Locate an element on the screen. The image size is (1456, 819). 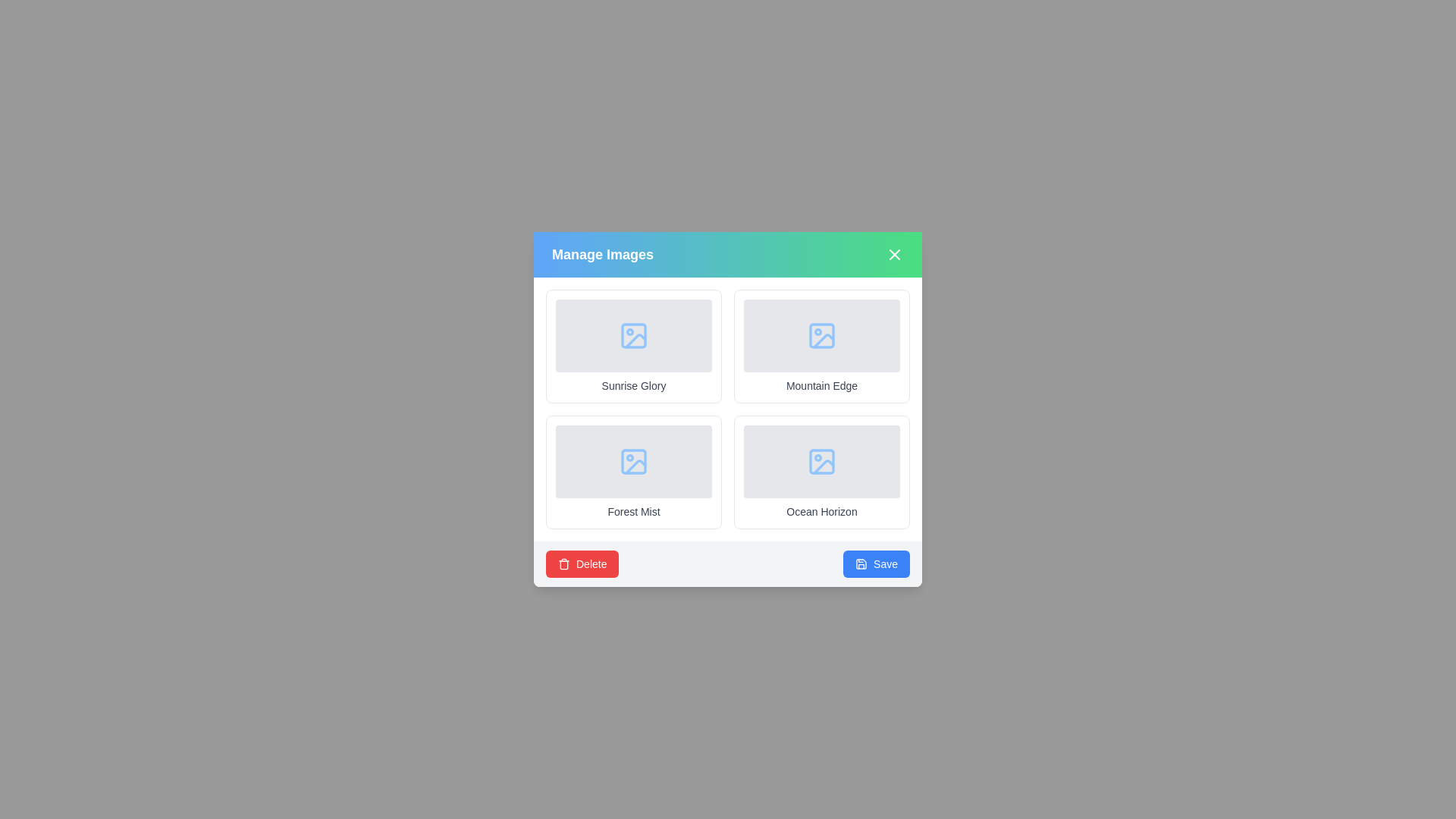
the first selectable card in the 2x2 grid layout, which features a gray background and the text 'Sunrise Glory' below a blue-gray mountain icon is located at coordinates (633, 346).